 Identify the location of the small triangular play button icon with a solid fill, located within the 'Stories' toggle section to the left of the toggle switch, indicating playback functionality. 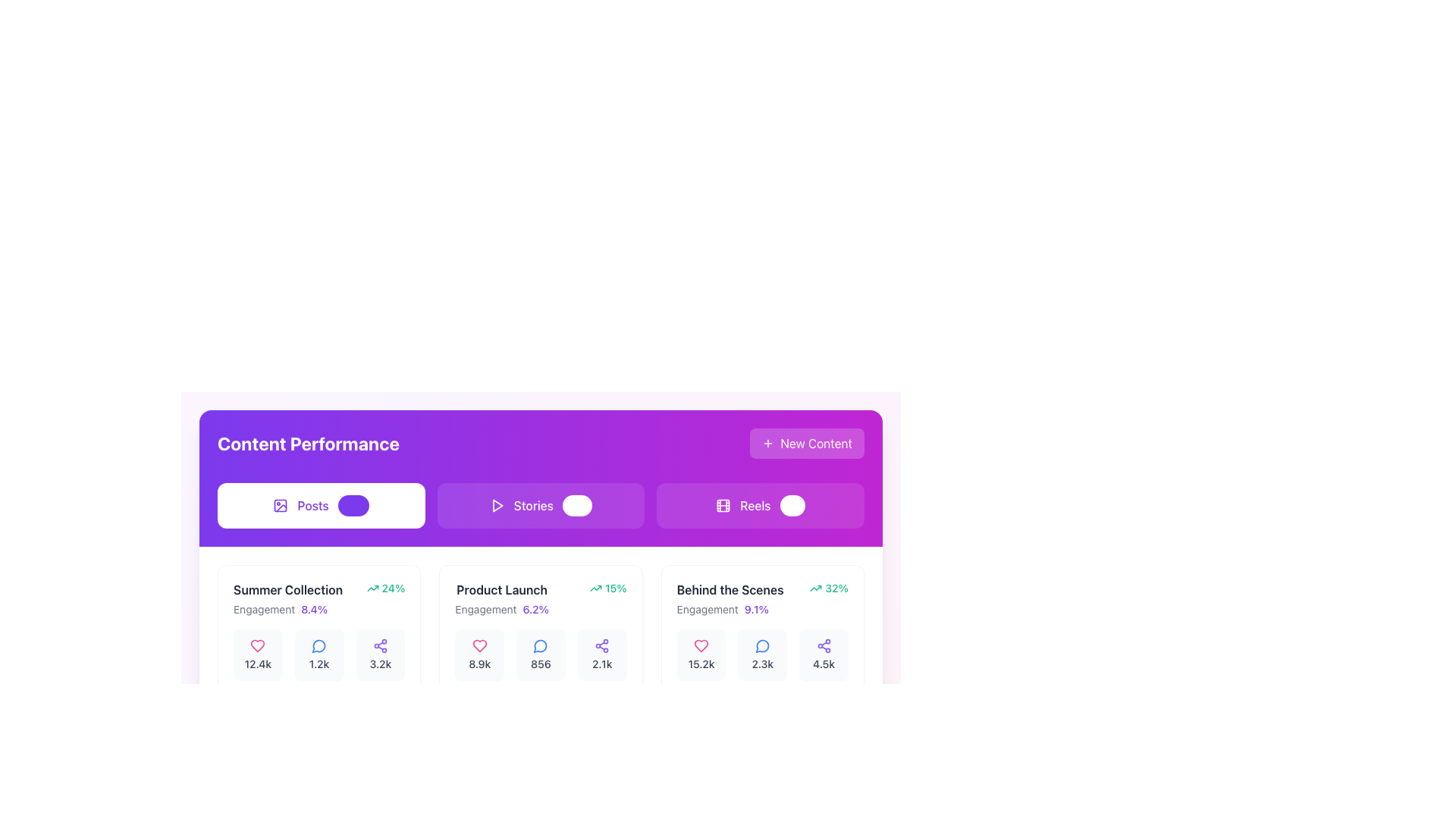
(497, 506).